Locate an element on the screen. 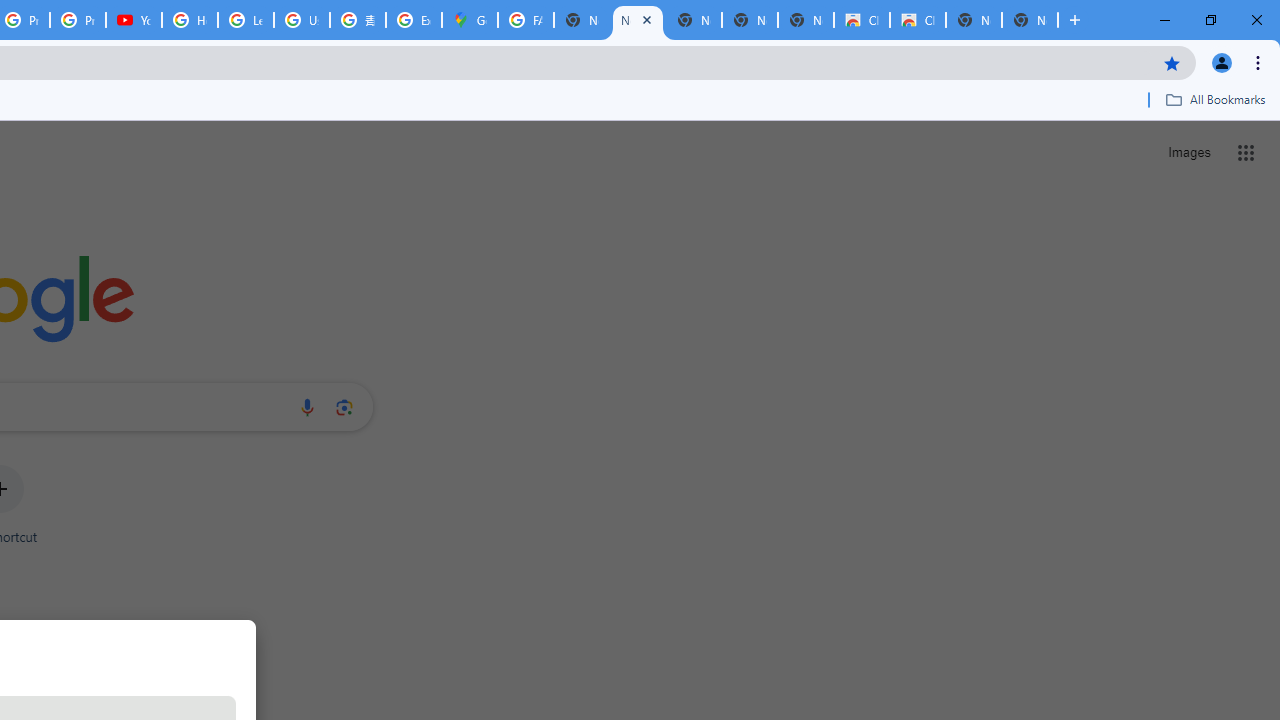 The image size is (1280, 720). 'Classic Blue - Chrome Web Store' is located at coordinates (916, 20).